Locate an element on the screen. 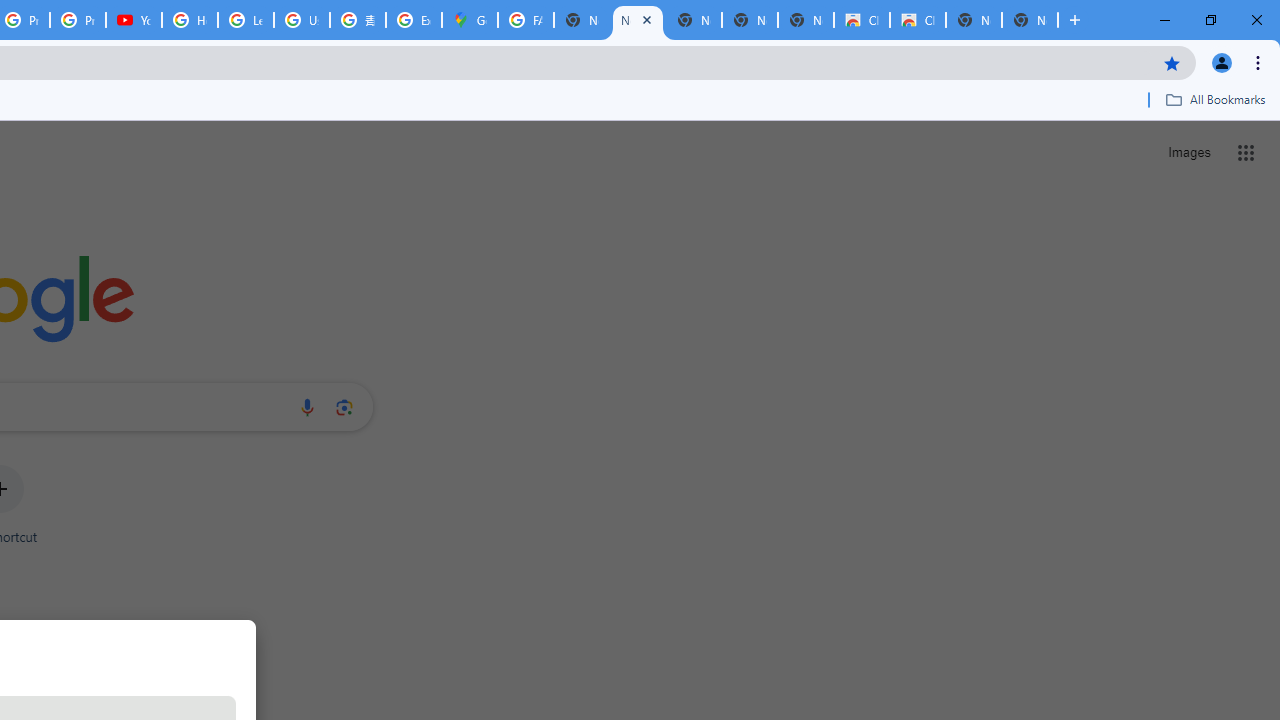 The image size is (1280, 720). 'Classic Blue - Chrome Web Store' is located at coordinates (916, 20).